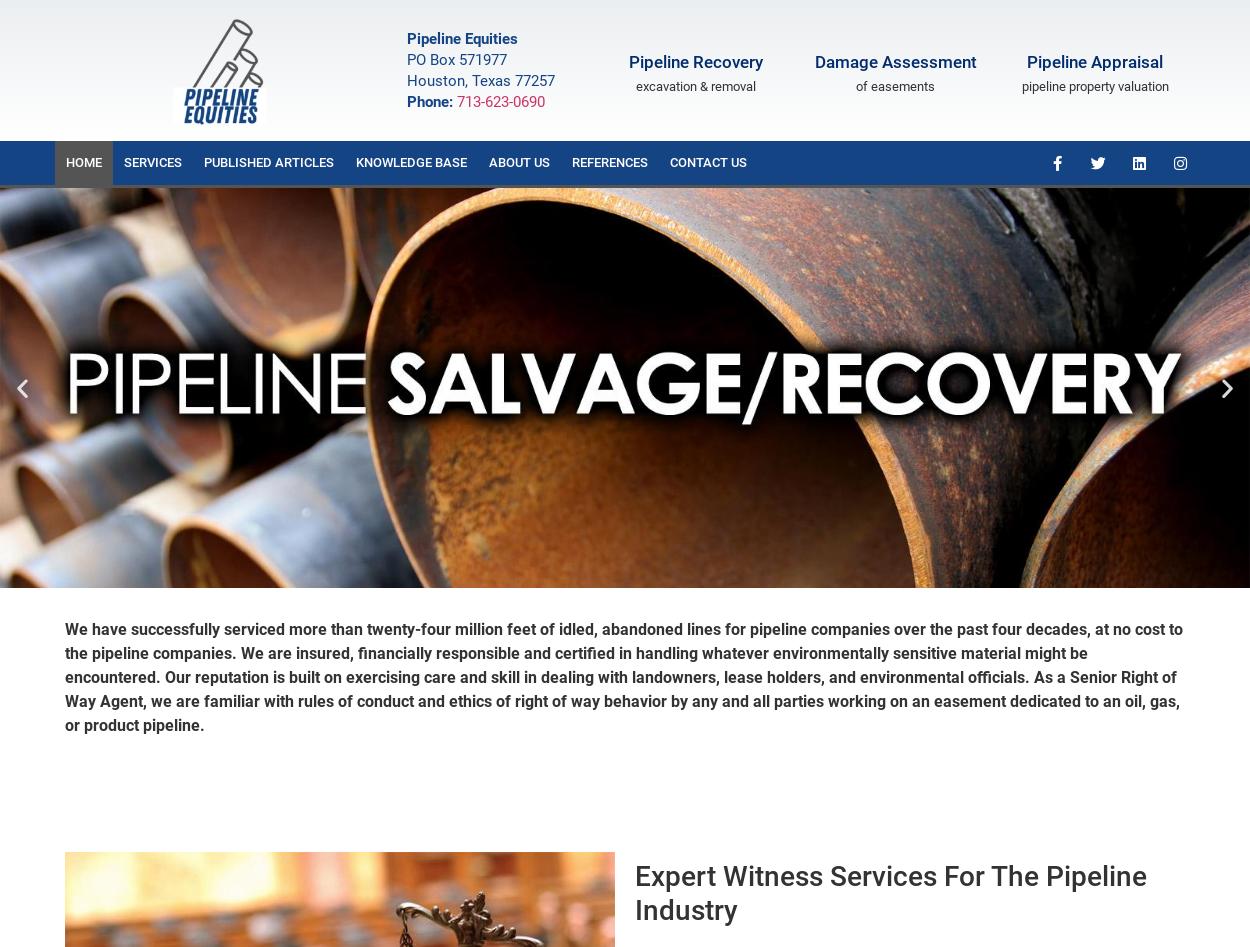 This screenshot has width=1250, height=947. Describe the element at coordinates (411, 161) in the screenshot. I see `'Knowledge Base'` at that location.